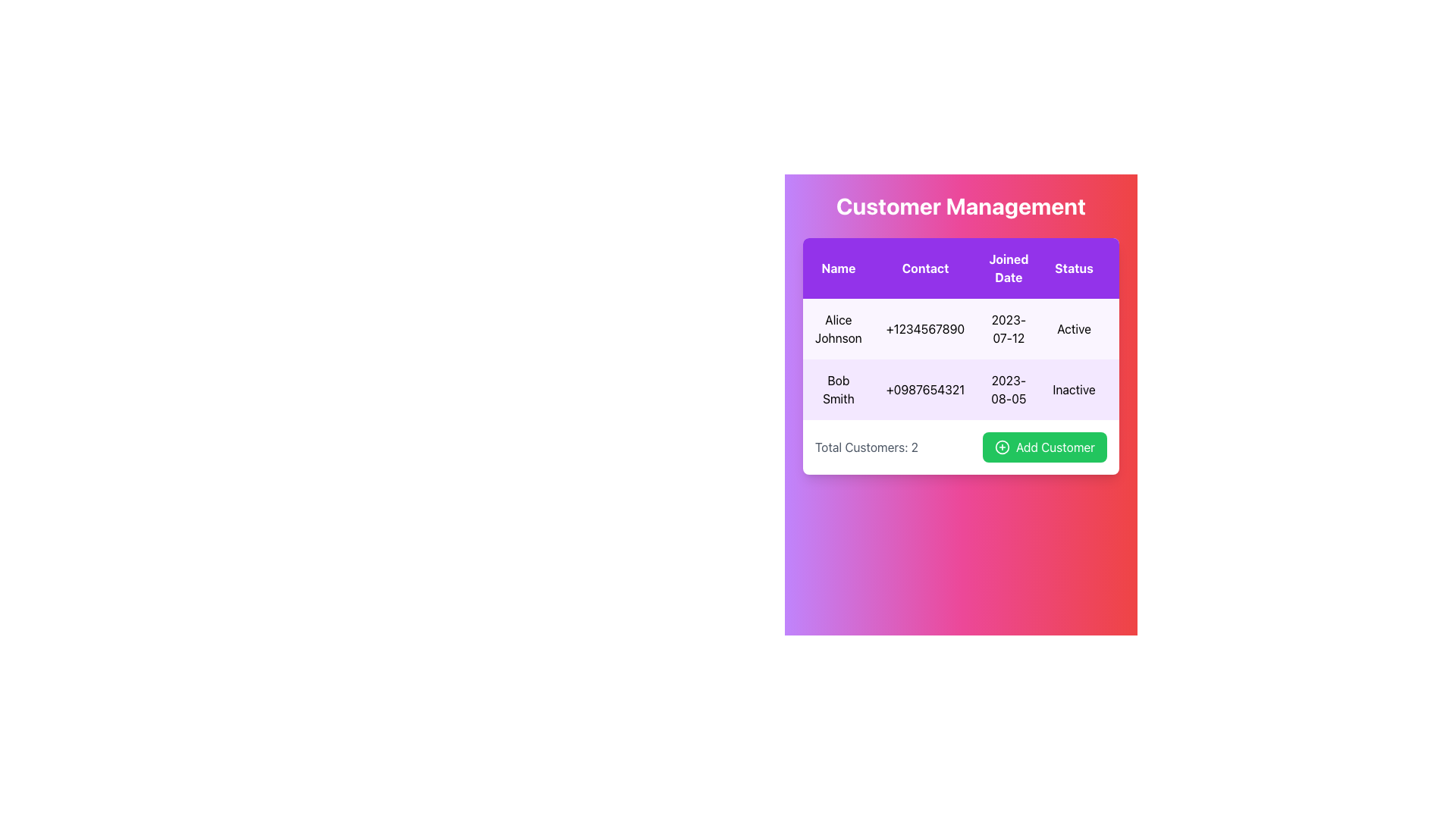 Image resolution: width=1456 pixels, height=819 pixels. What do you see at coordinates (1009, 268) in the screenshot?
I see `the 'Joined Date' column header in the 'Customer Management' table` at bounding box center [1009, 268].